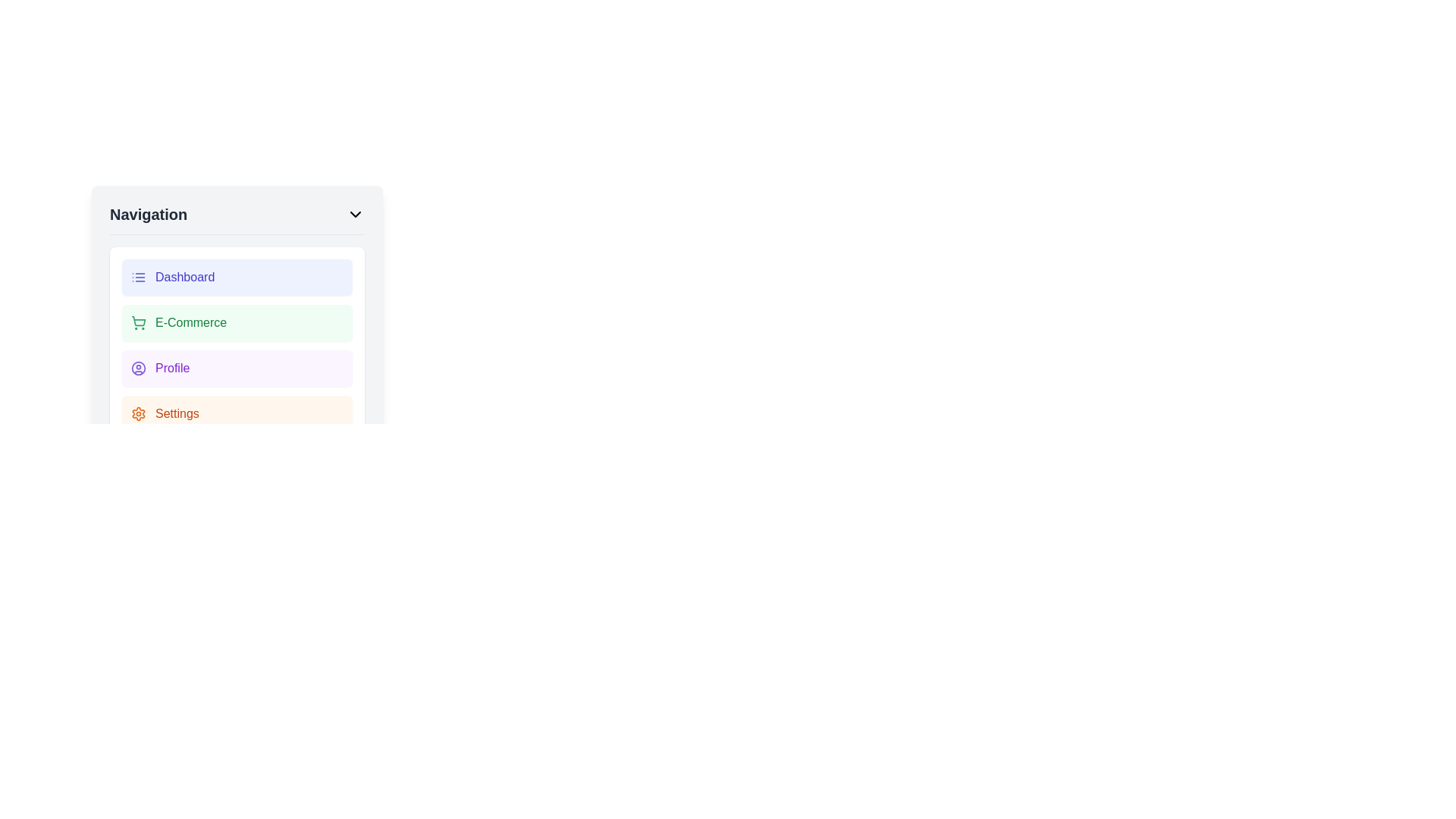 This screenshot has width=1456, height=819. I want to click on the 'Settings' text label in the navigation menu, so click(177, 414).